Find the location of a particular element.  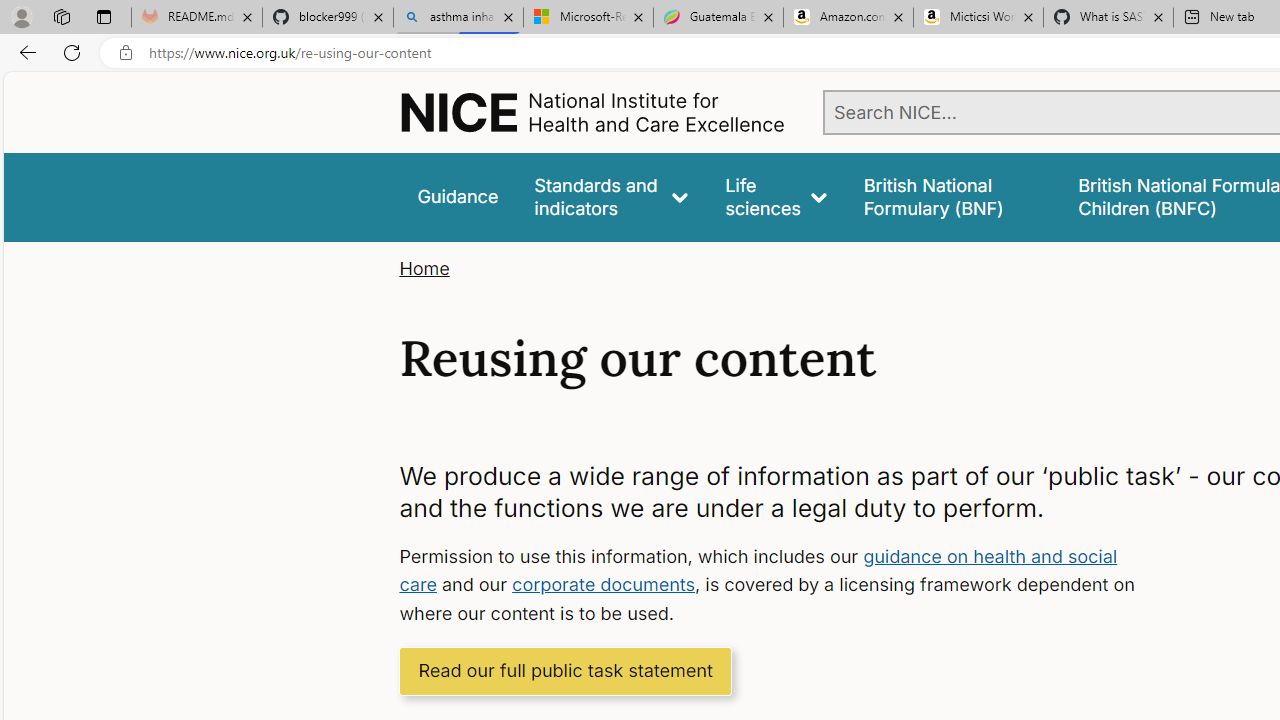

'asthma inhaler - Search' is located at coordinates (457, 17).